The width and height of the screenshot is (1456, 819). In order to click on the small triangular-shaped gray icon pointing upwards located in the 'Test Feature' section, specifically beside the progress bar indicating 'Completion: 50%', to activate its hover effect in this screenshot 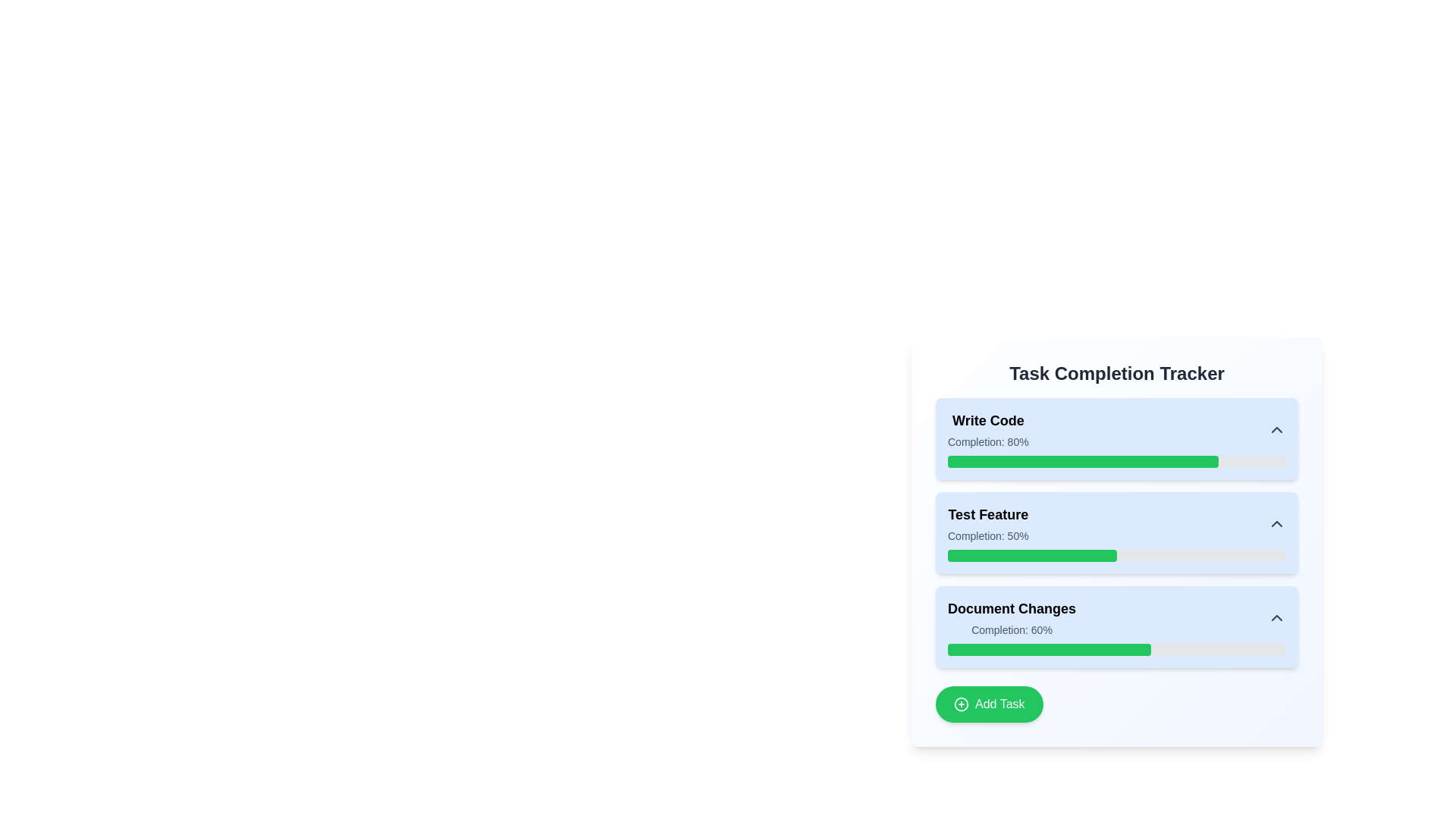, I will do `click(1276, 522)`.